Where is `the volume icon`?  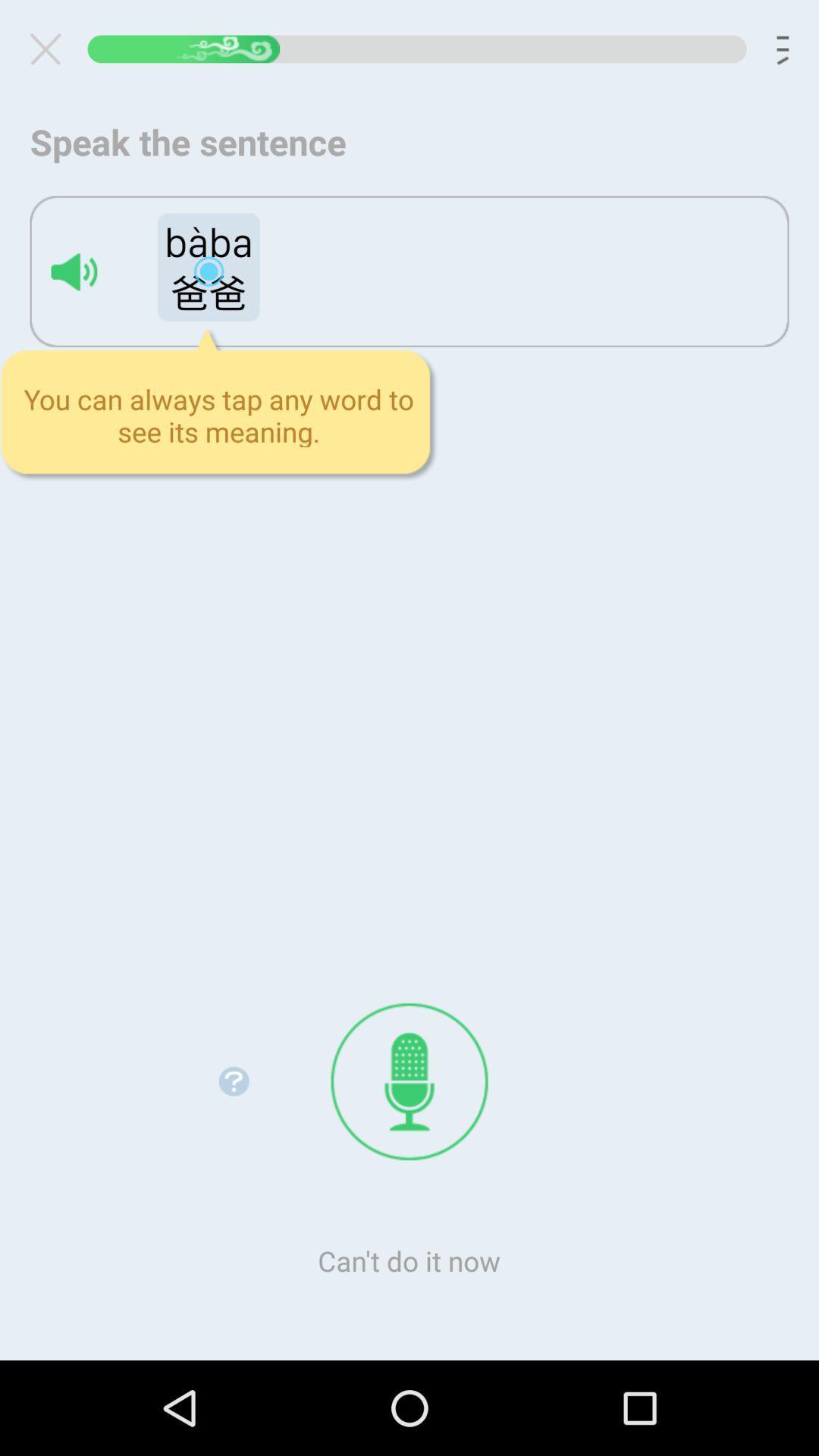
the volume icon is located at coordinates (74, 290).